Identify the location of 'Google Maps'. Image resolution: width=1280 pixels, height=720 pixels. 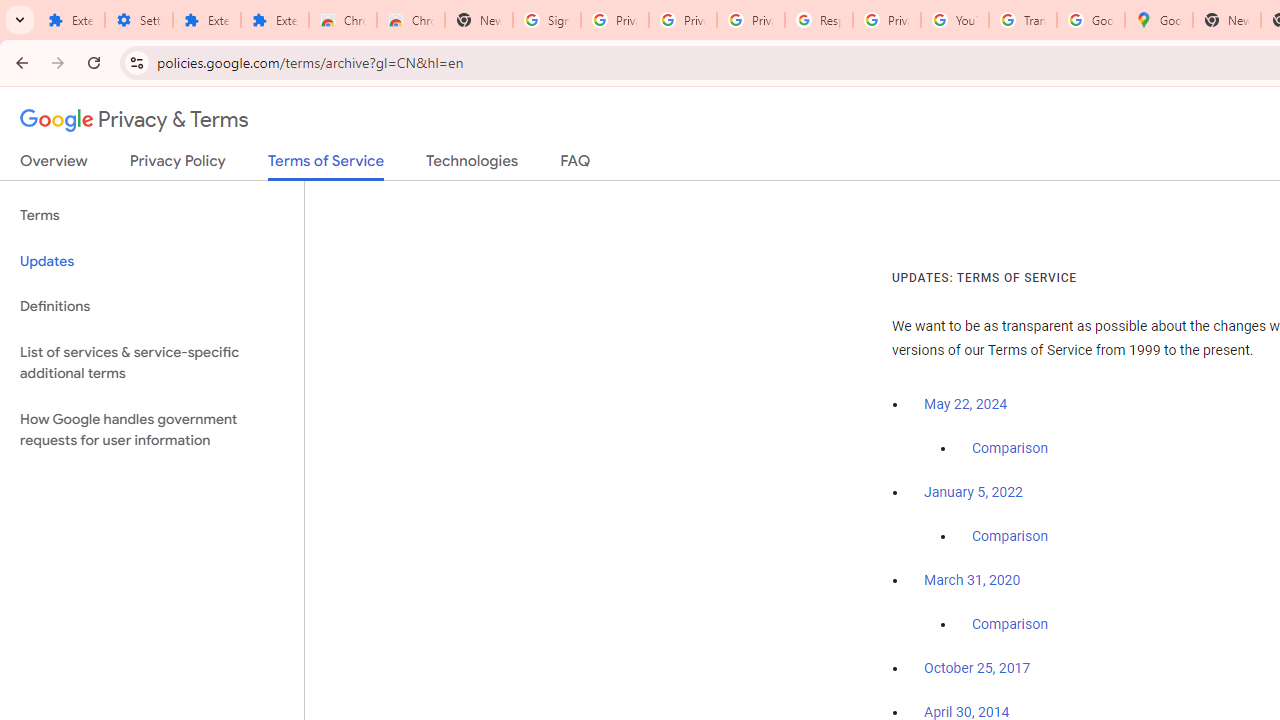
(1159, 20).